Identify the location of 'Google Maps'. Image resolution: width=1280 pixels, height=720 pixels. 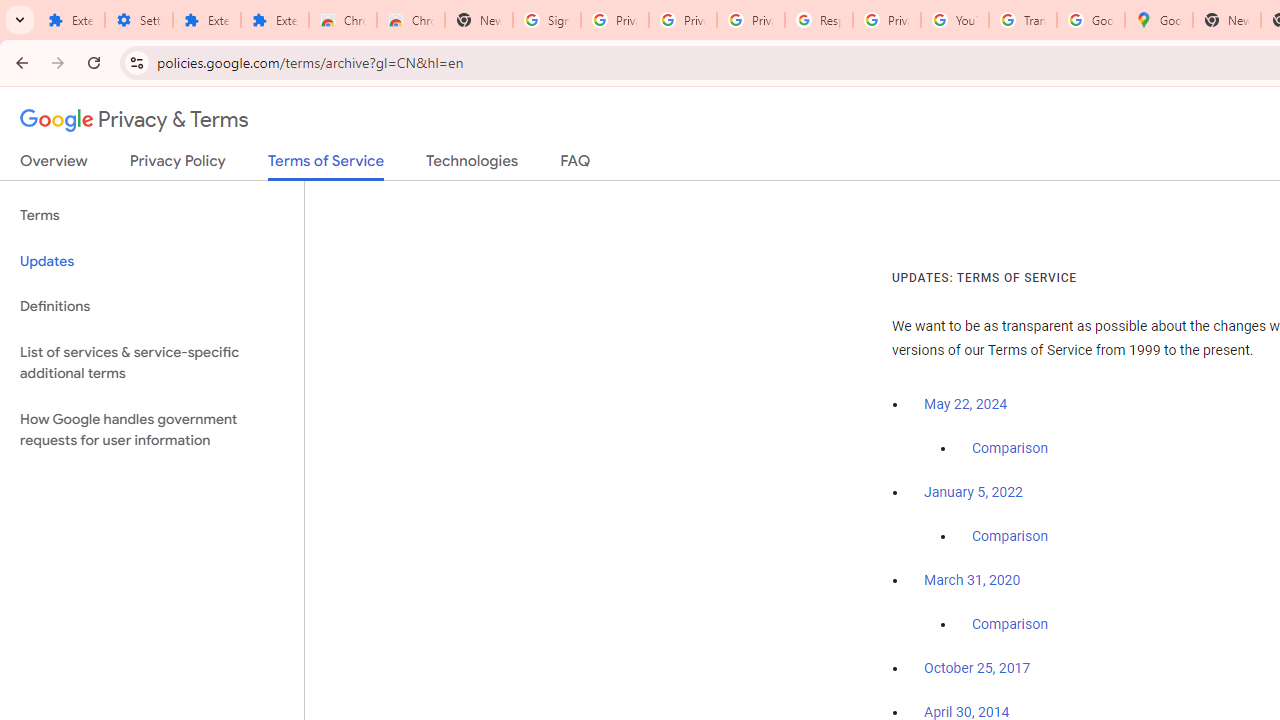
(1159, 20).